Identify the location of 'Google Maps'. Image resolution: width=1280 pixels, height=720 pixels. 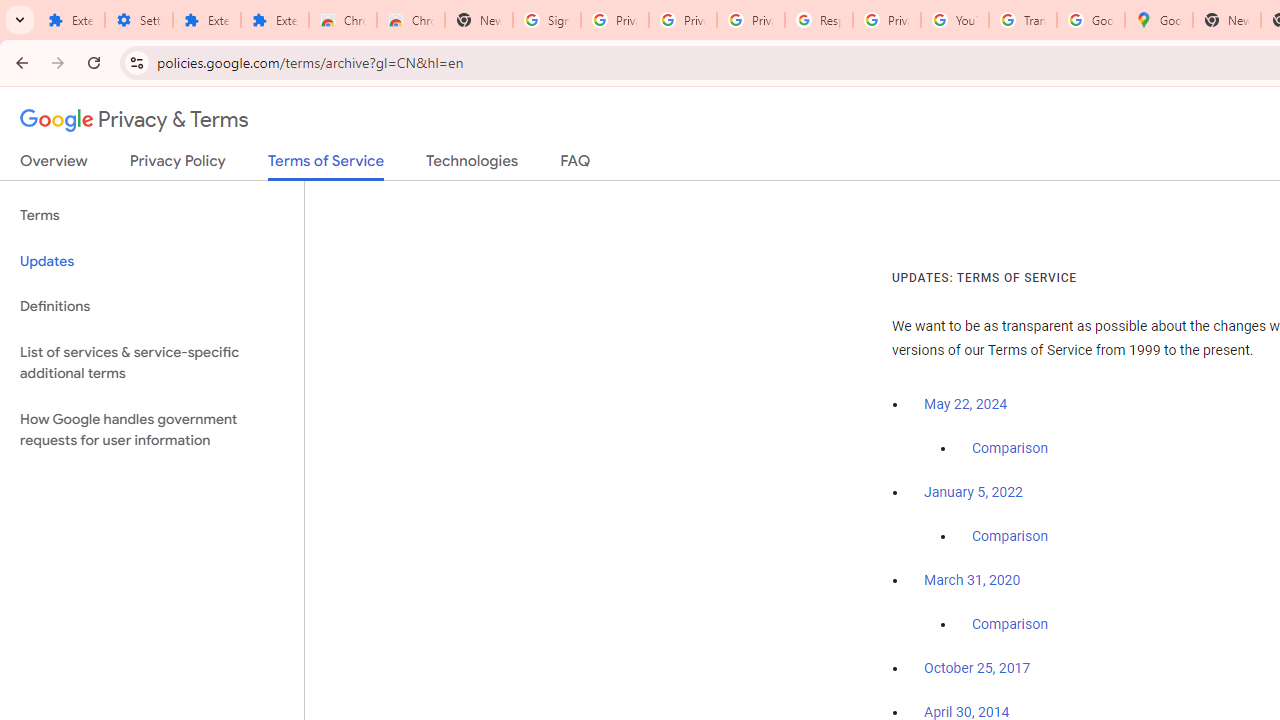
(1159, 20).